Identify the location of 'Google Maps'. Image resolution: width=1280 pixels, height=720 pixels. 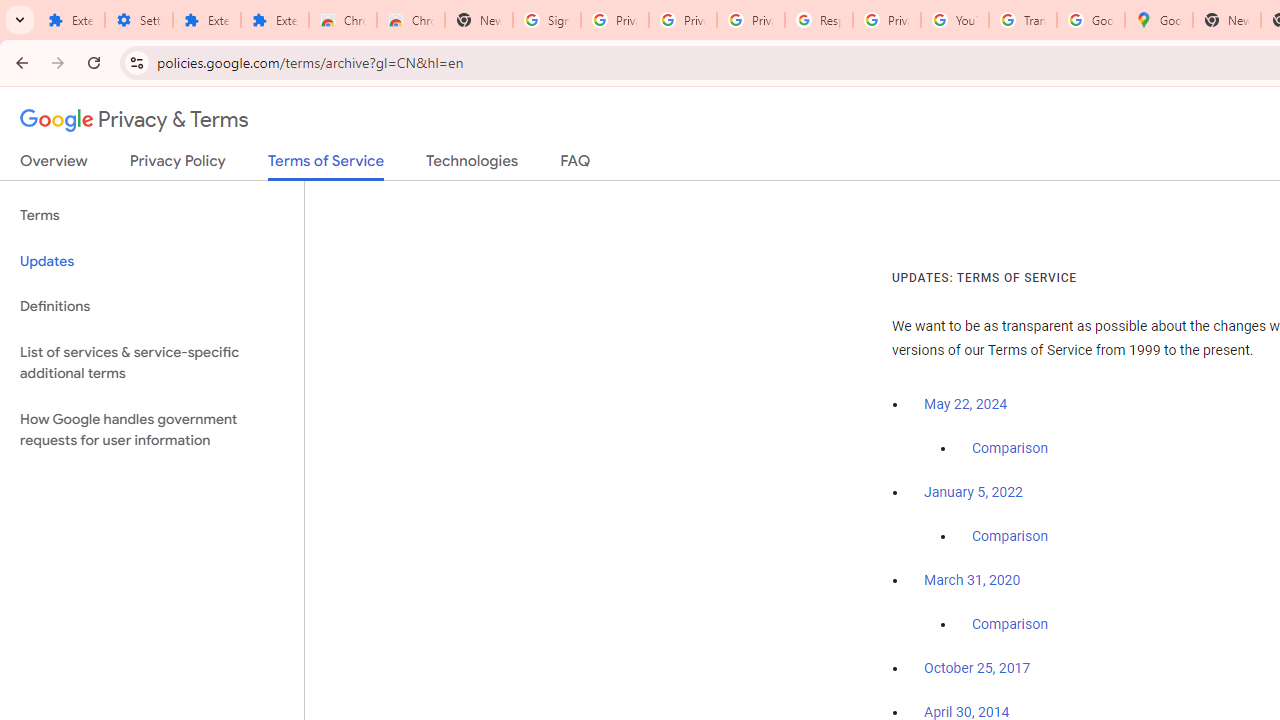
(1159, 20).